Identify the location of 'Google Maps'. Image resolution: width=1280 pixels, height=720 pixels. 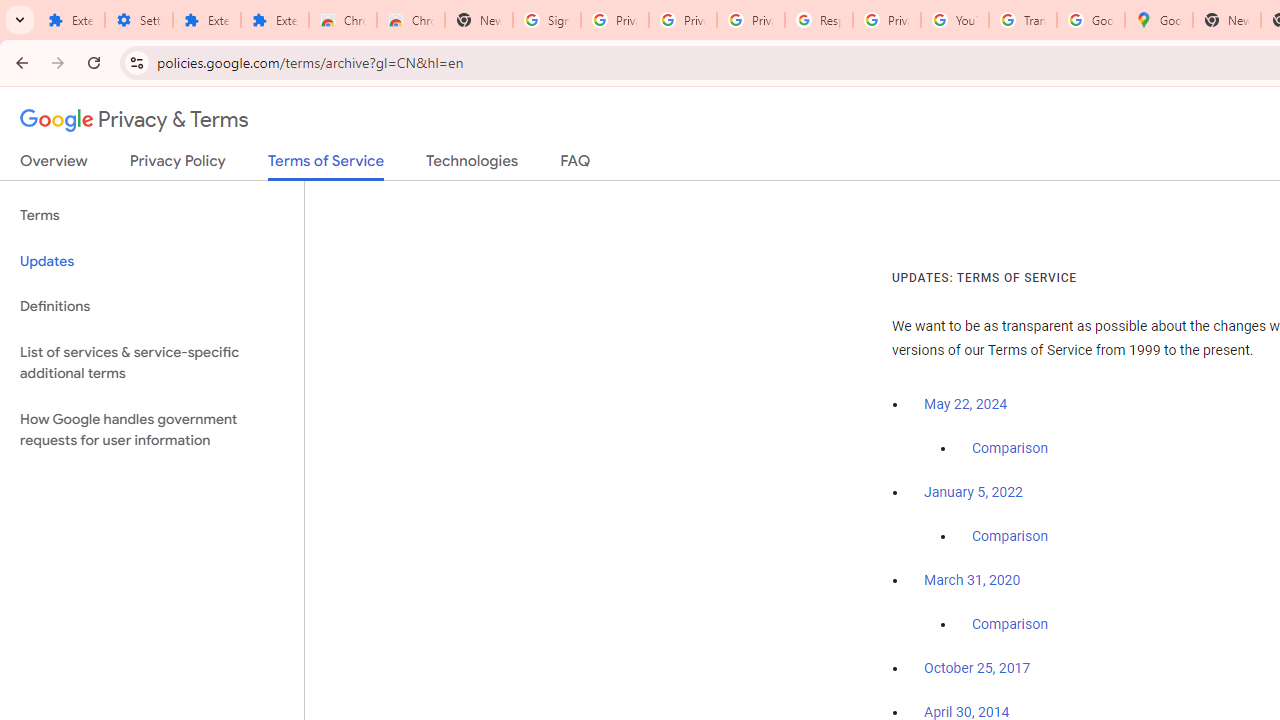
(1159, 20).